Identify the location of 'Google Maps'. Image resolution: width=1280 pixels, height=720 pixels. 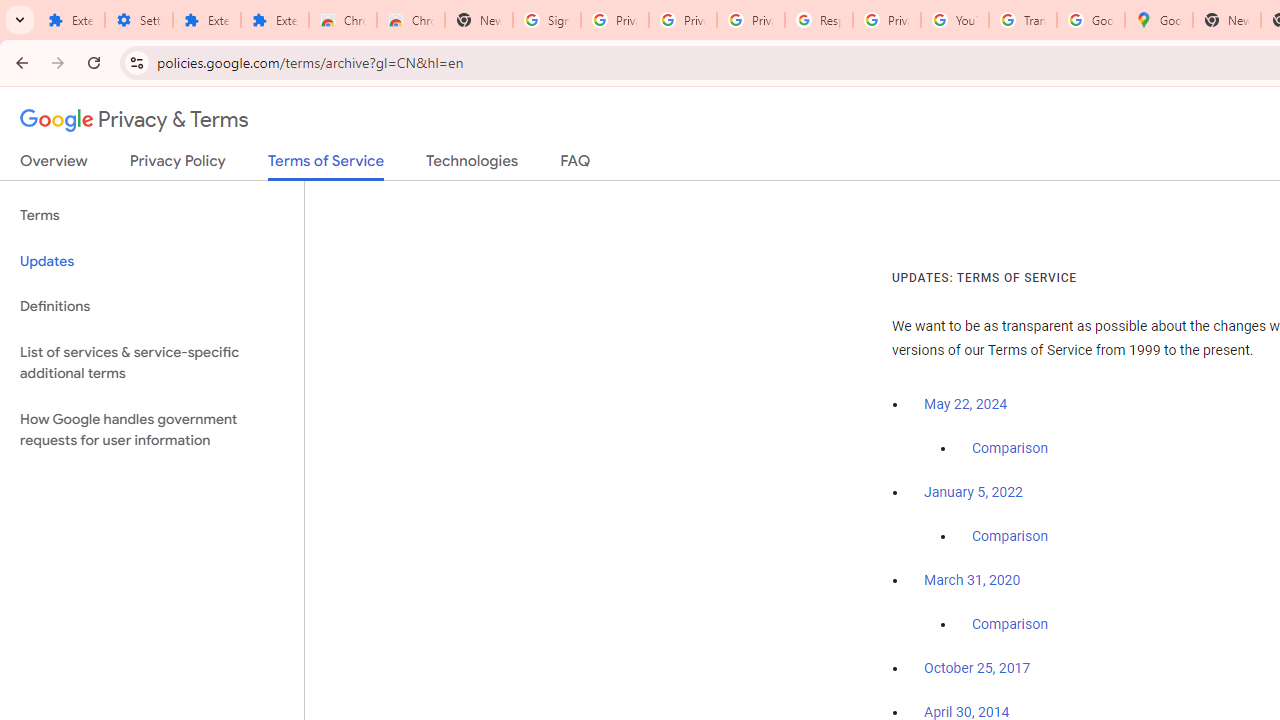
(1159, 20).